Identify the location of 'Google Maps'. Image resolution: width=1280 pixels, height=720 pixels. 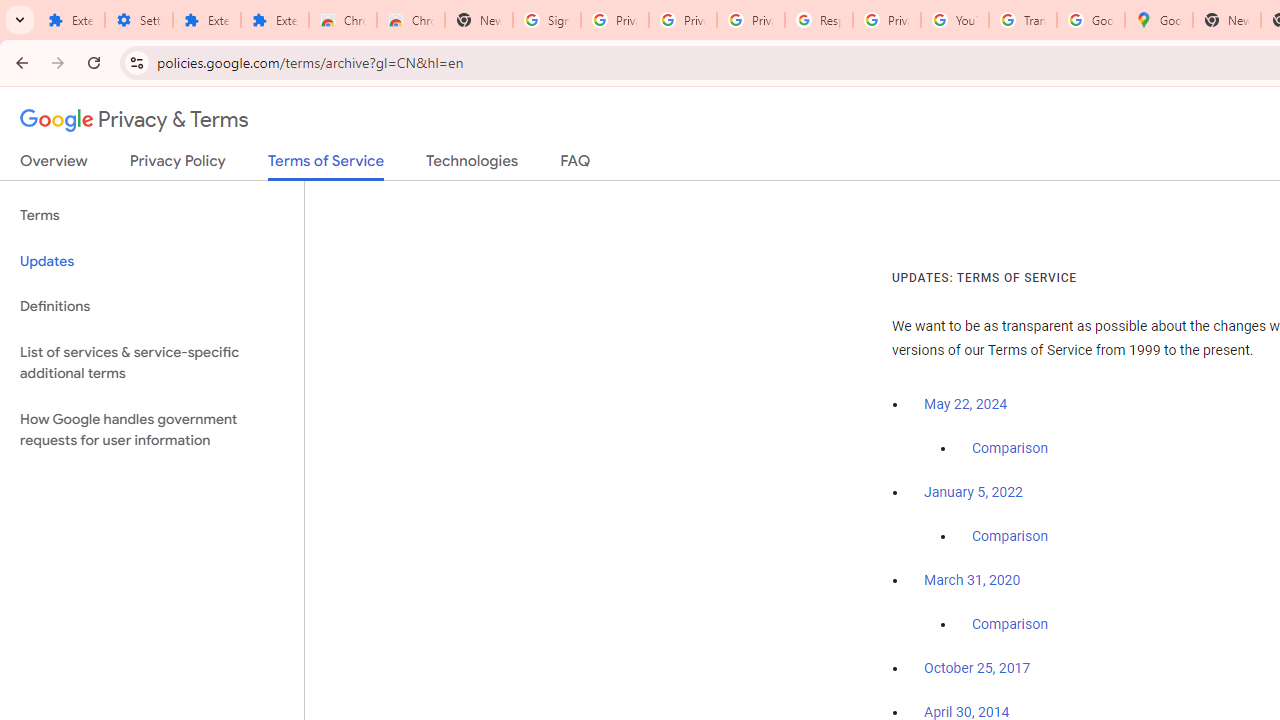
(1159, 20).